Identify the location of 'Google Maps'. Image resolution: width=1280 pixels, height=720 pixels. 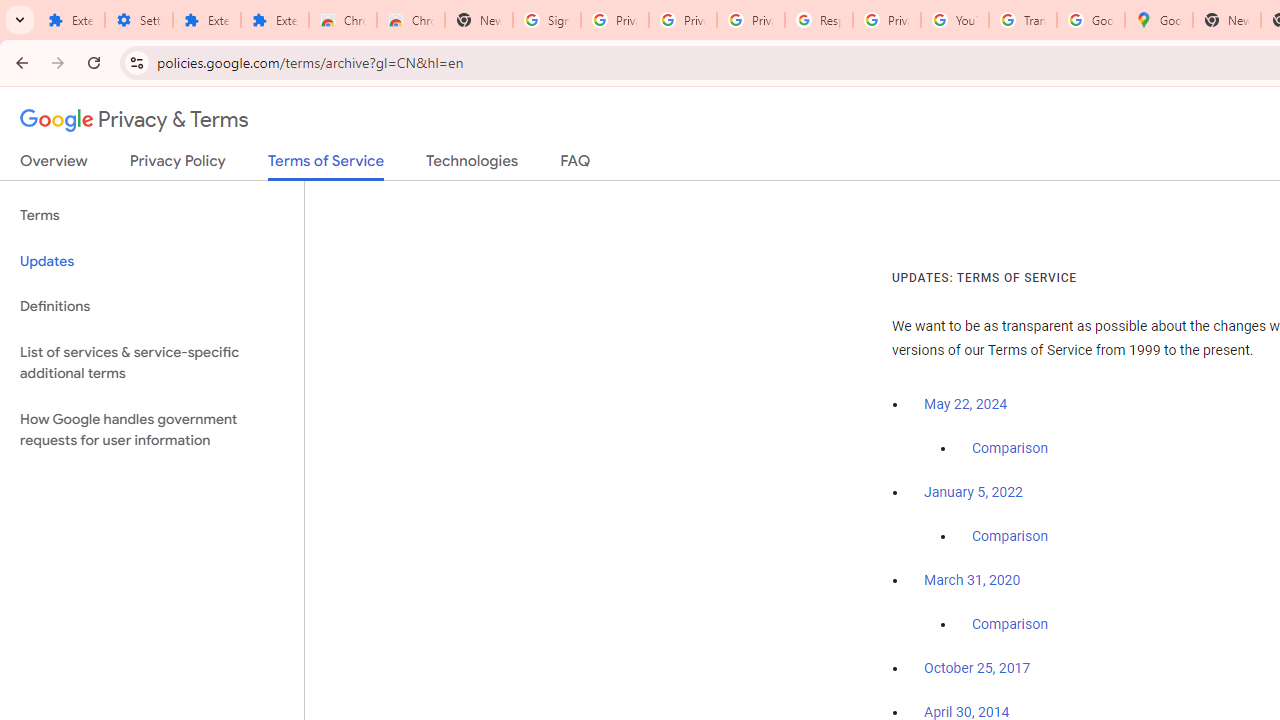
(1159, 20).